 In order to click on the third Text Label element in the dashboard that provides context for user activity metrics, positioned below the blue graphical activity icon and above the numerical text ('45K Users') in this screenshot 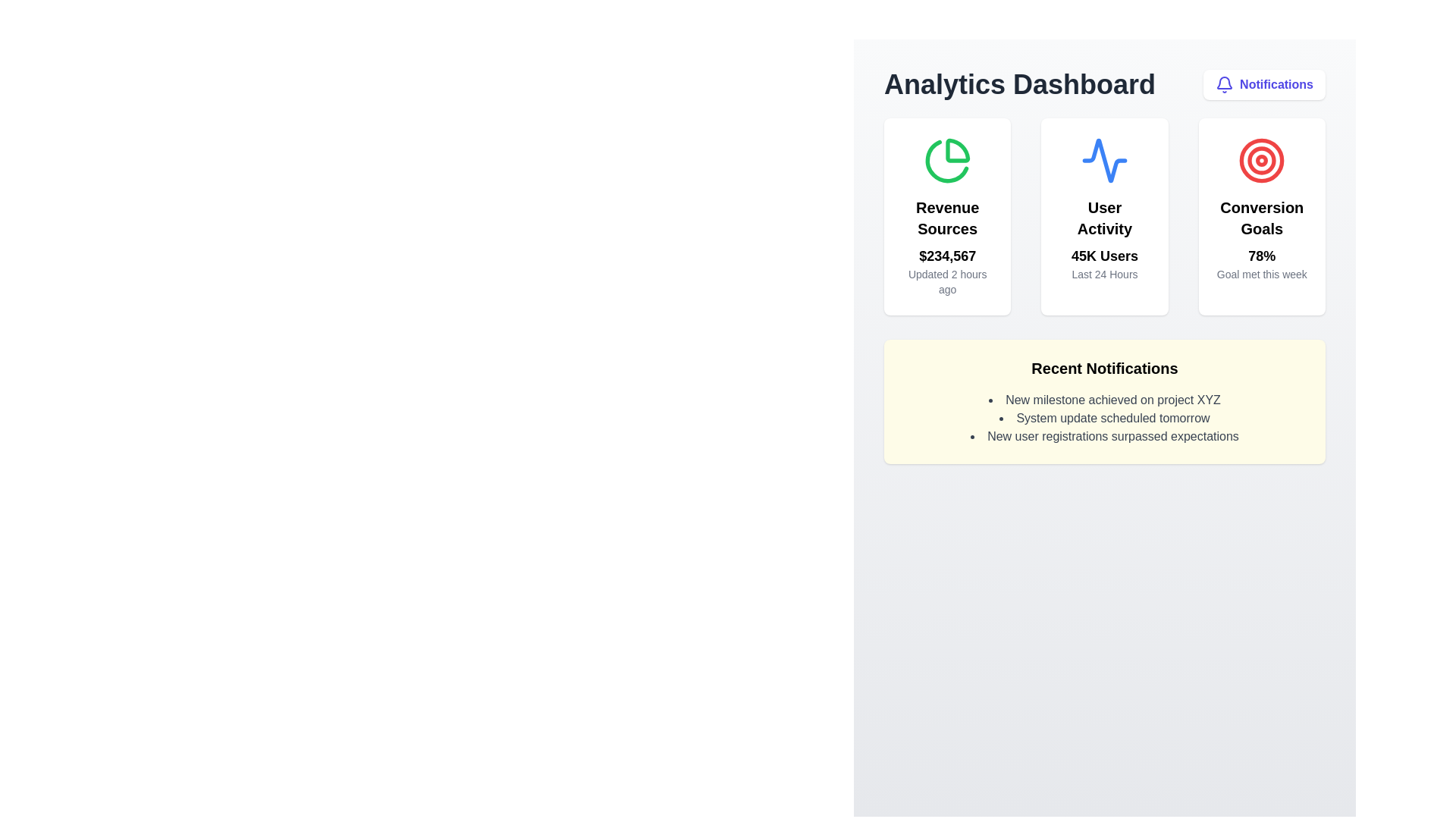, I will do `click(1104, 218)`.